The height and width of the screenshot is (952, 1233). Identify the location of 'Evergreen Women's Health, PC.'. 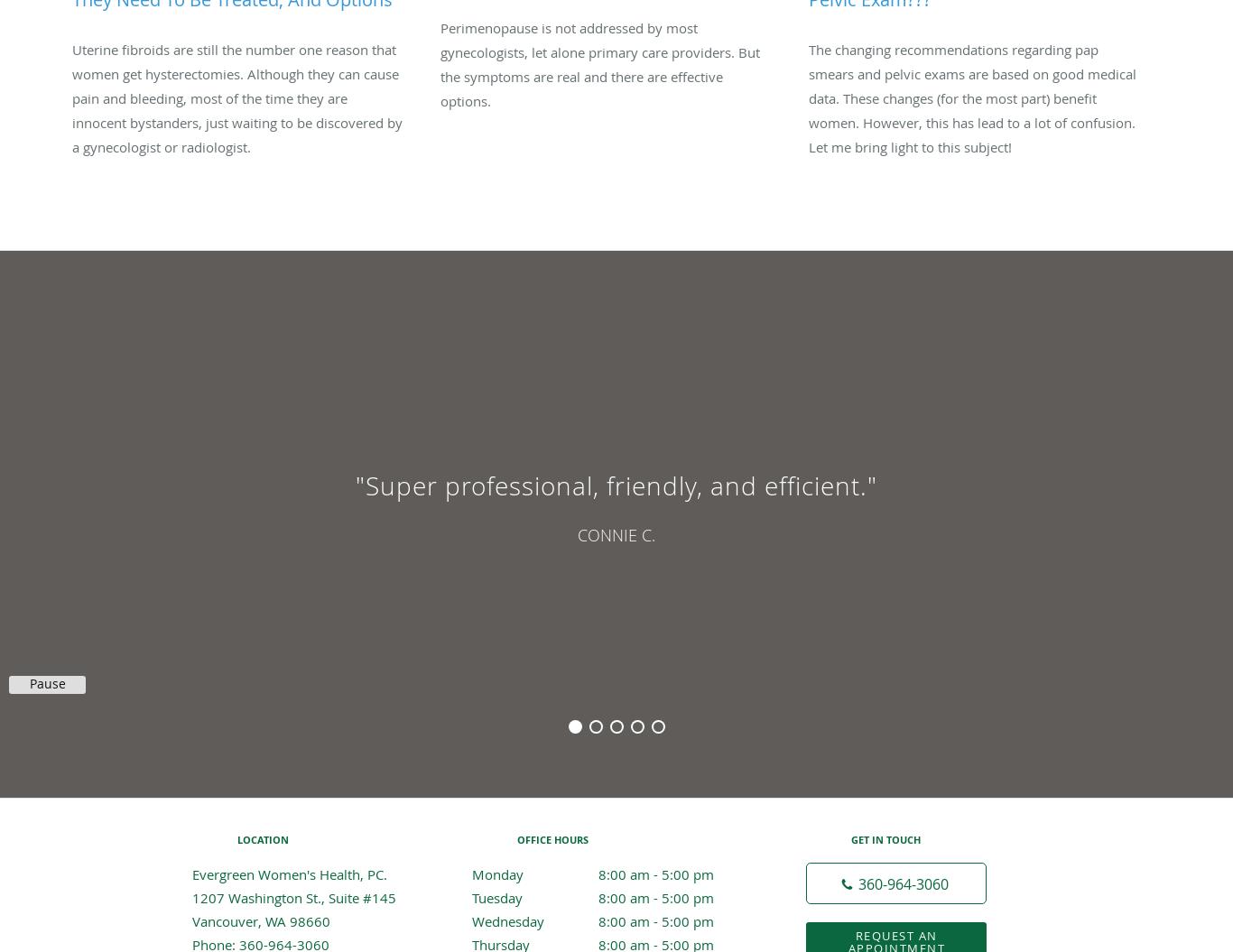
(290, 873).